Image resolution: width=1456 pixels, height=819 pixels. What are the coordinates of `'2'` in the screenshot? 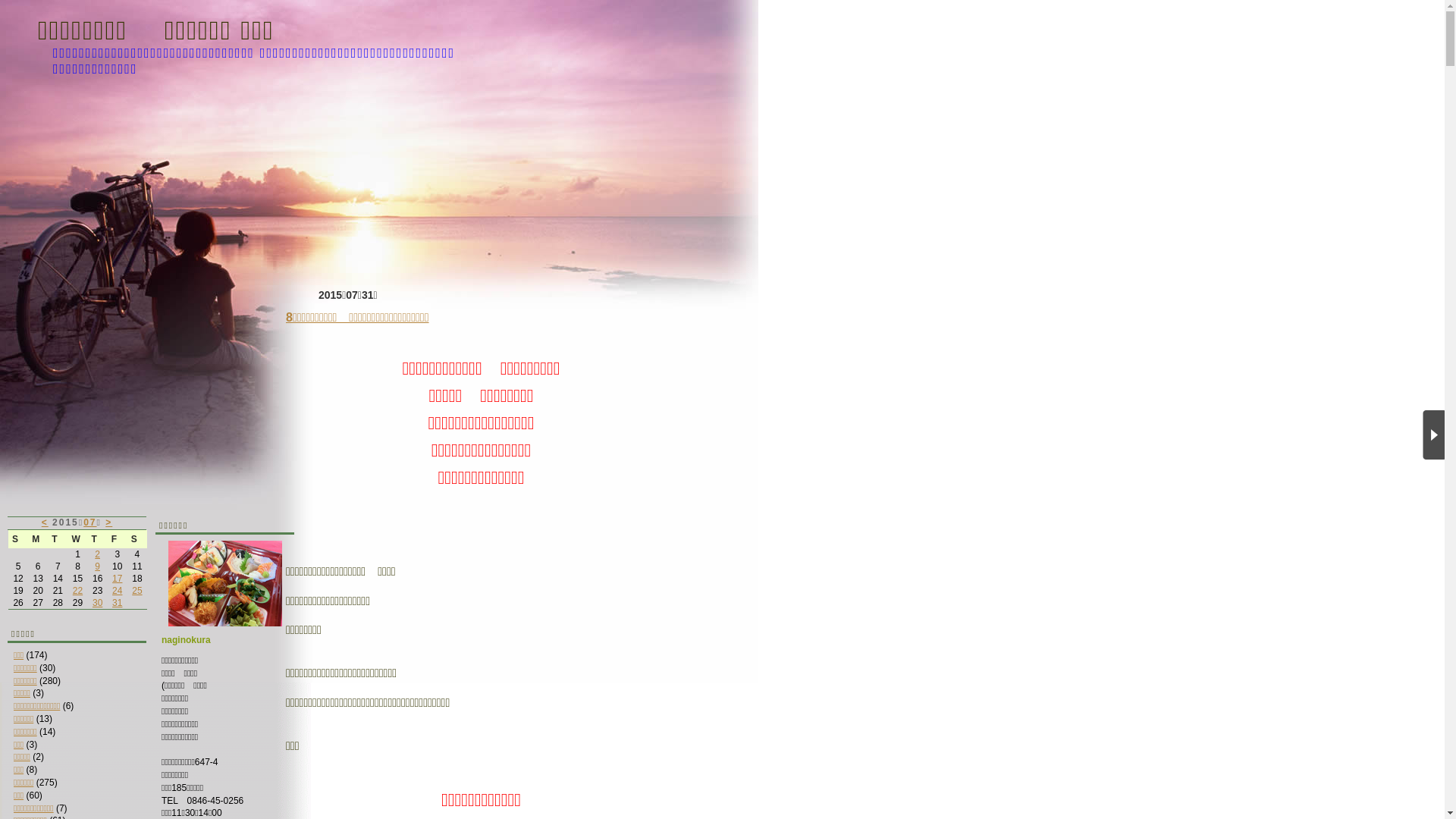 It's located at (96, 554).